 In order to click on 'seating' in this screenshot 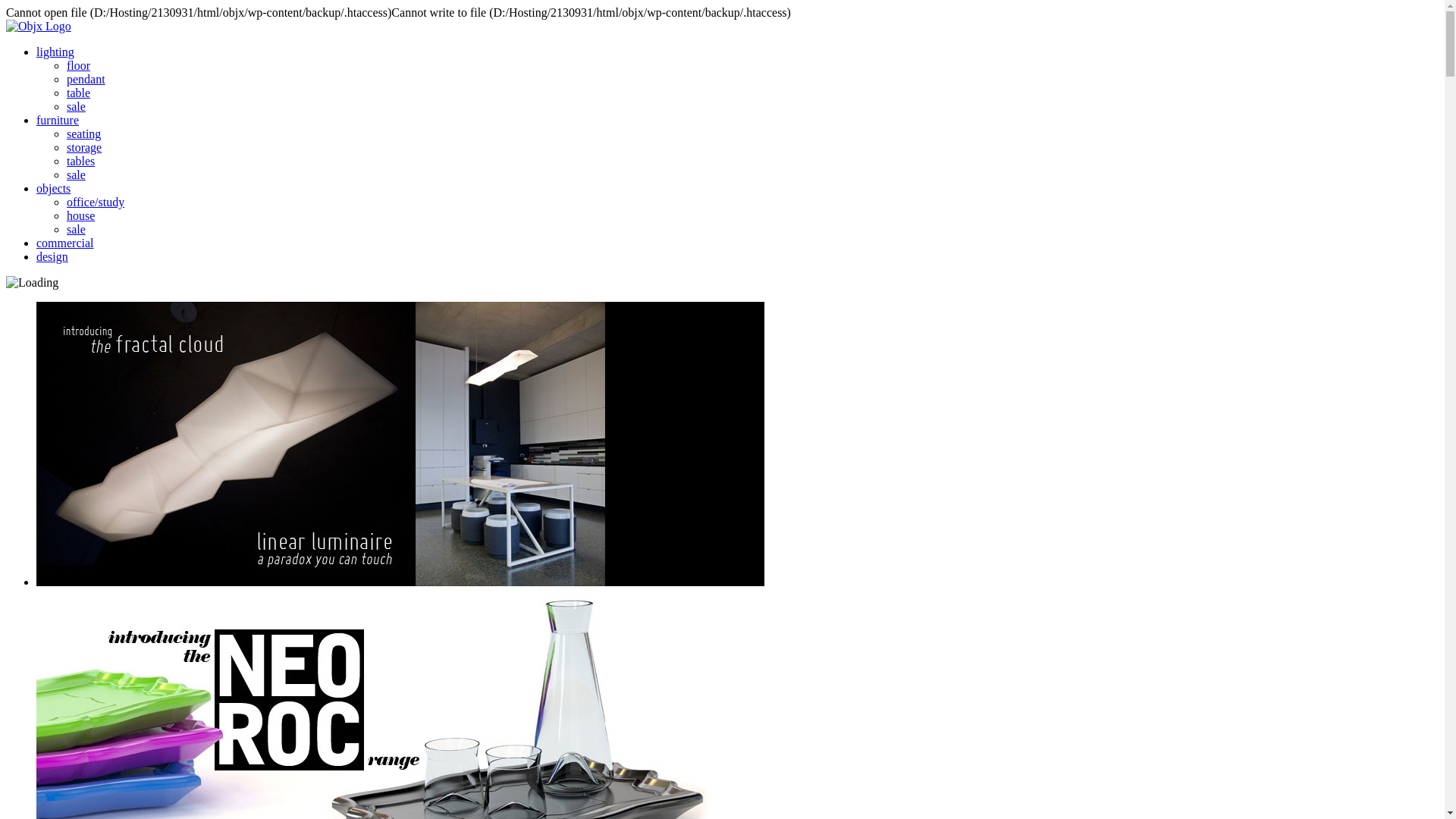, I will do `click(65, 133)`.